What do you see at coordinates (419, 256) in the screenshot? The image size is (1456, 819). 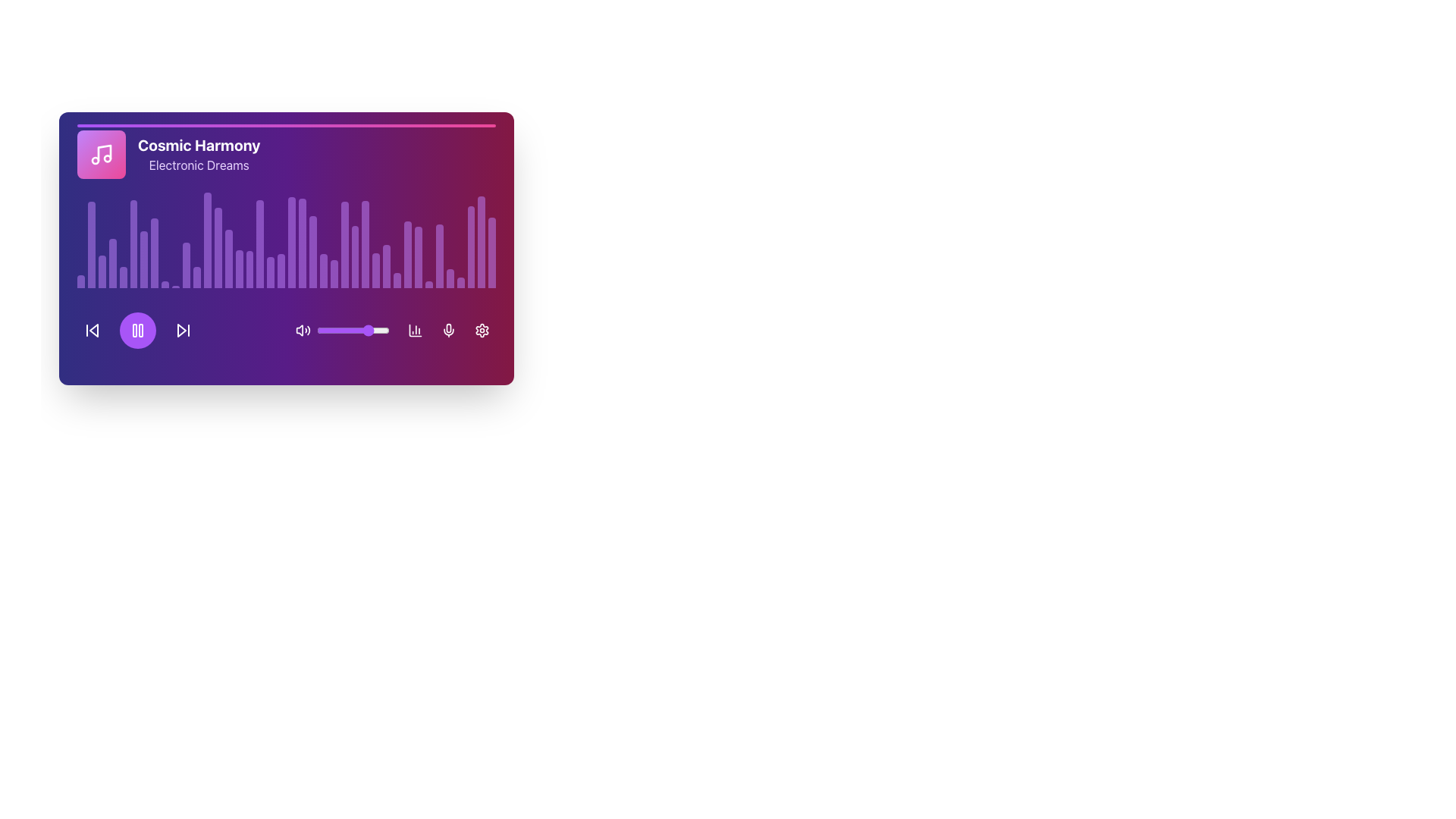 I see `the 36th vertical bar in the audio visualization display, which has a semi-transparent purple shade and rounded top edges` at bounding box center [419, 256].